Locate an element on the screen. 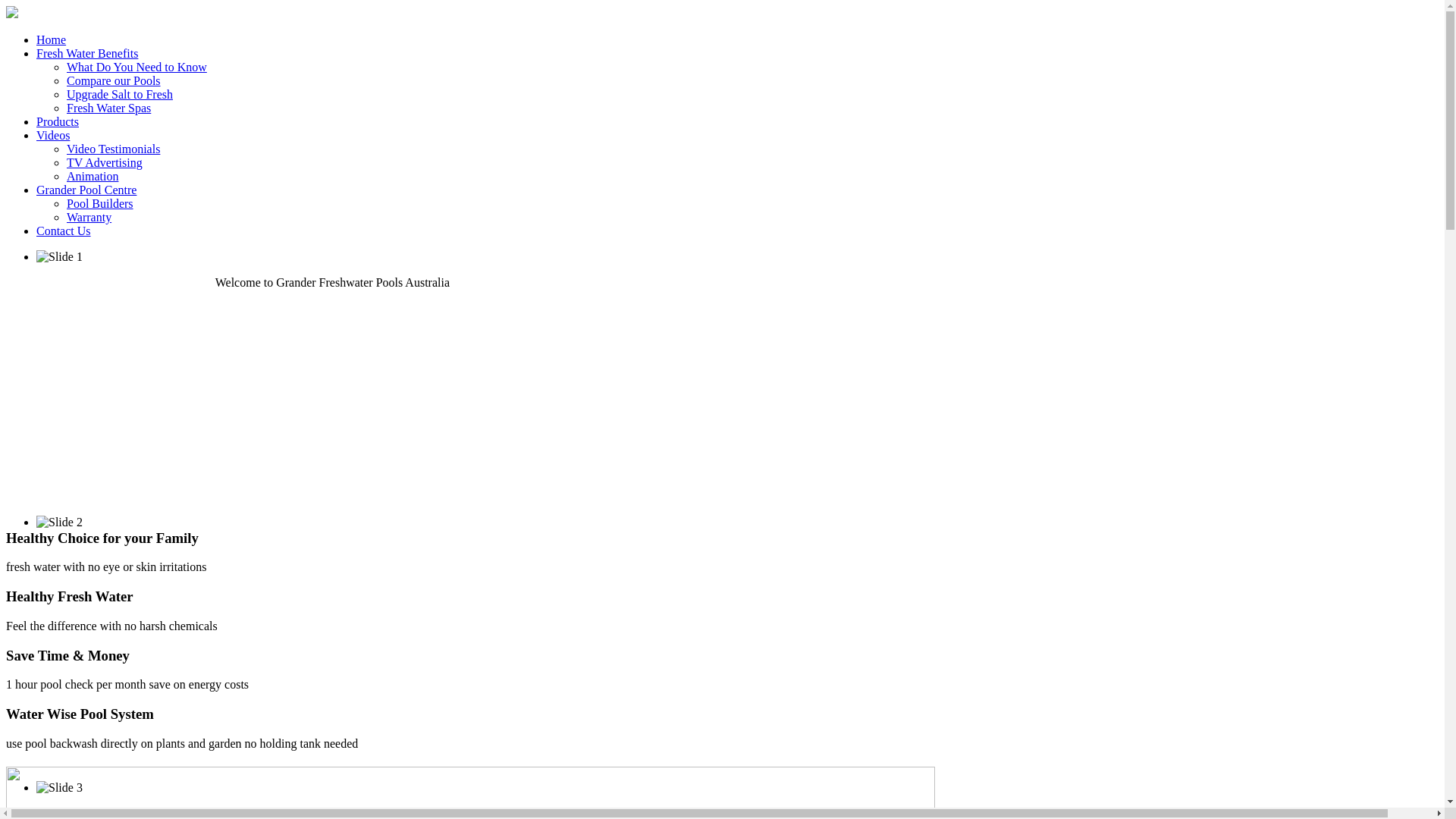  'TV Advertising' is located at coordinates (104, 162).